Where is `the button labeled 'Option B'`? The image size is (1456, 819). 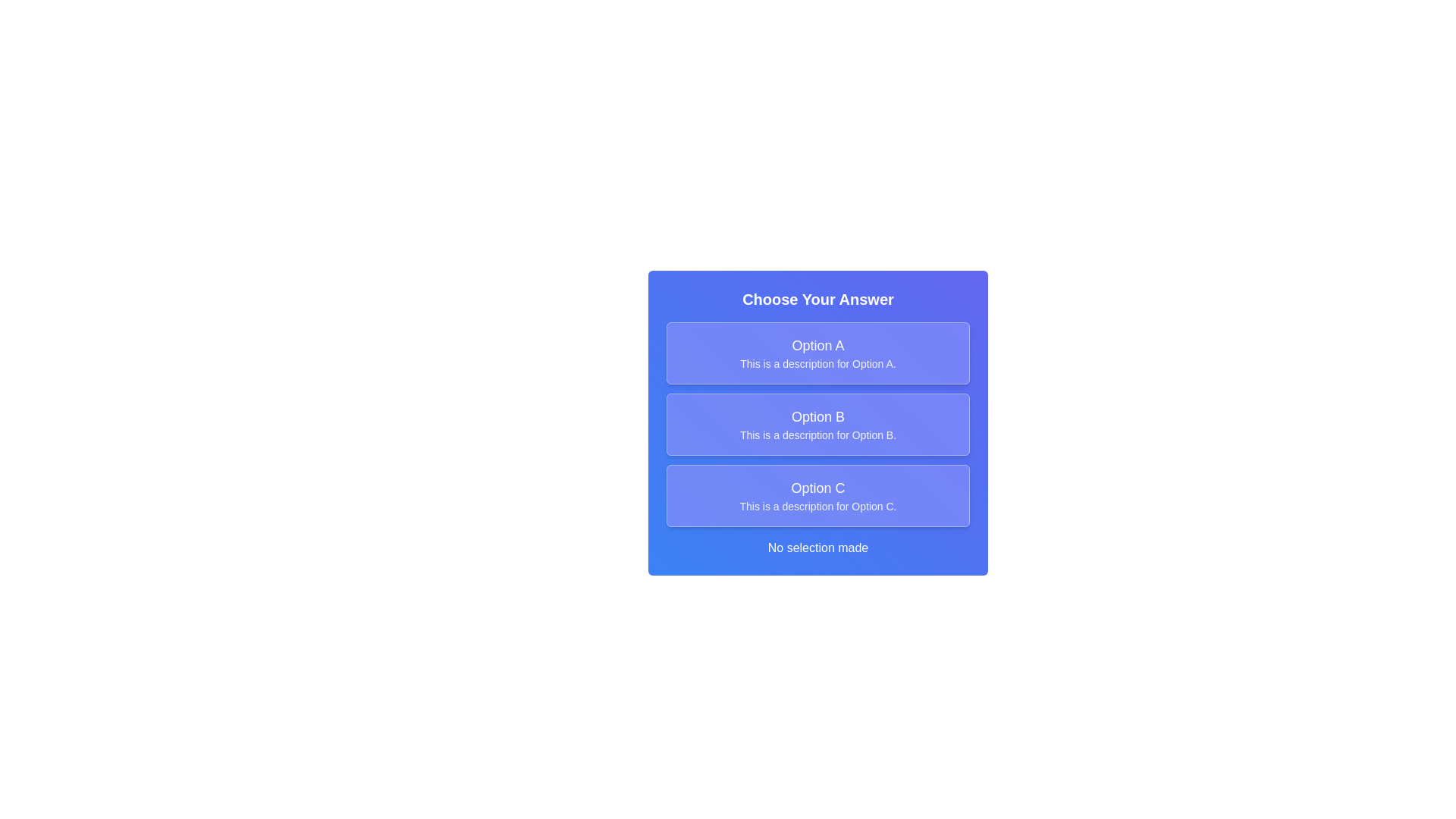 the button labeled 'Option B' is located at coordinates (817, 424).